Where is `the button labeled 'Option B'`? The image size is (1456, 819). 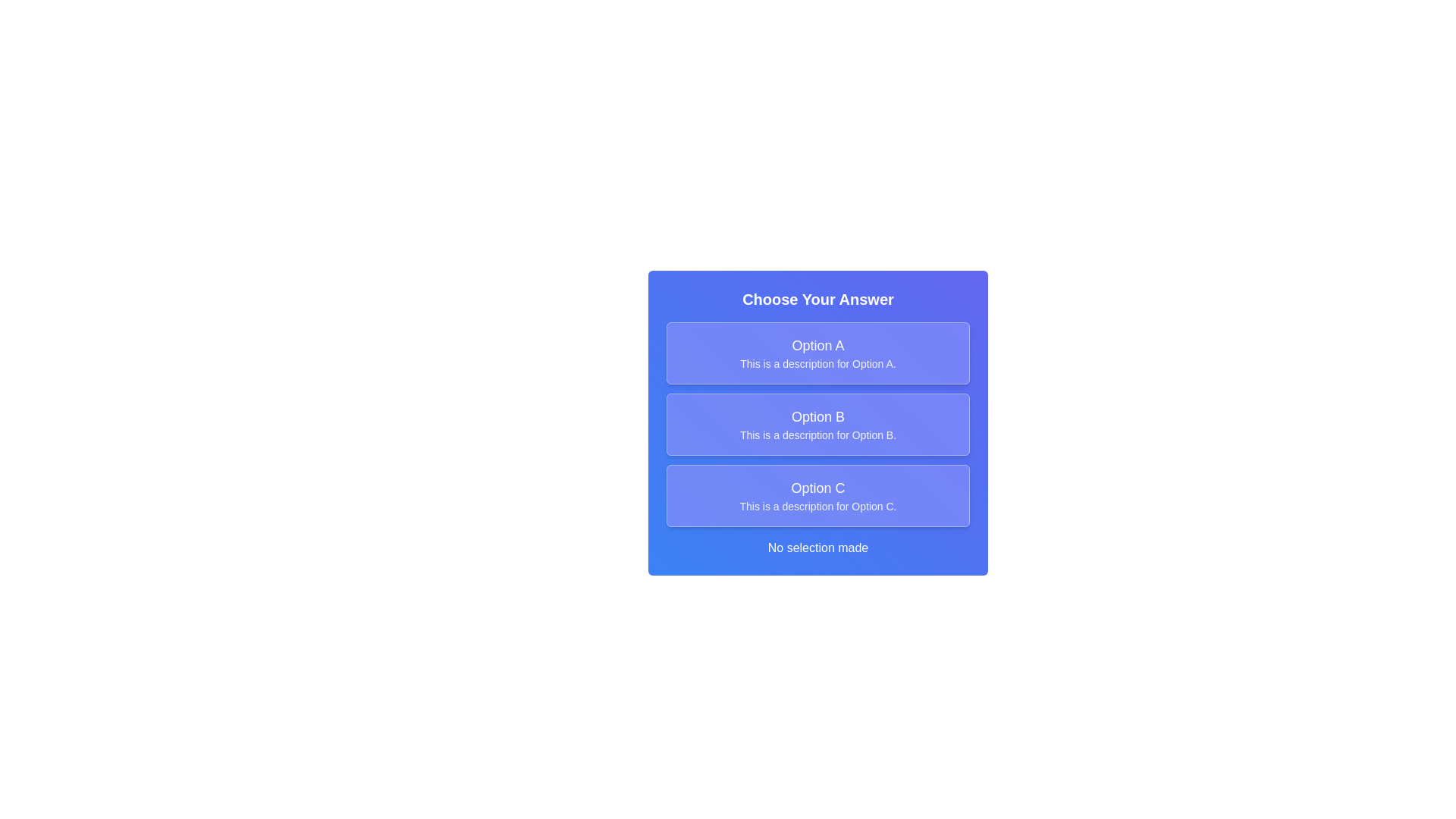 the button labeled 'Option B' is located at coordinates (817, 424).